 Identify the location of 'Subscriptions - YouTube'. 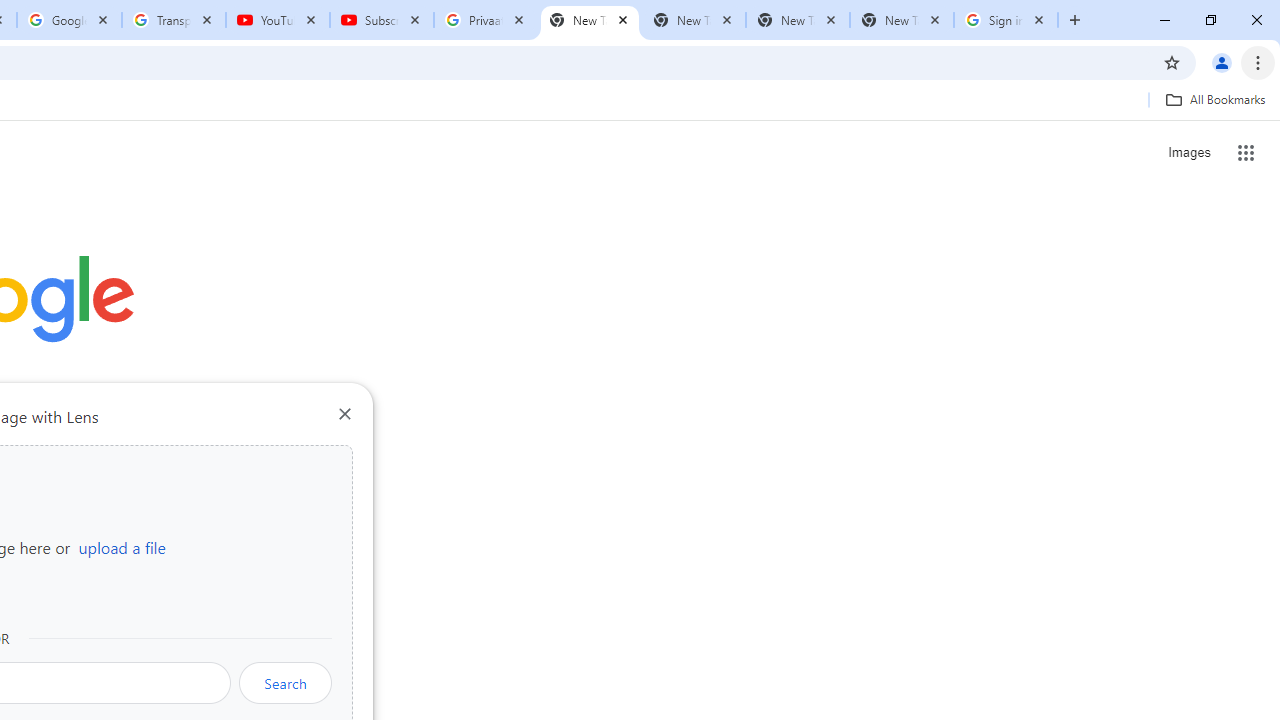
(382, 20).